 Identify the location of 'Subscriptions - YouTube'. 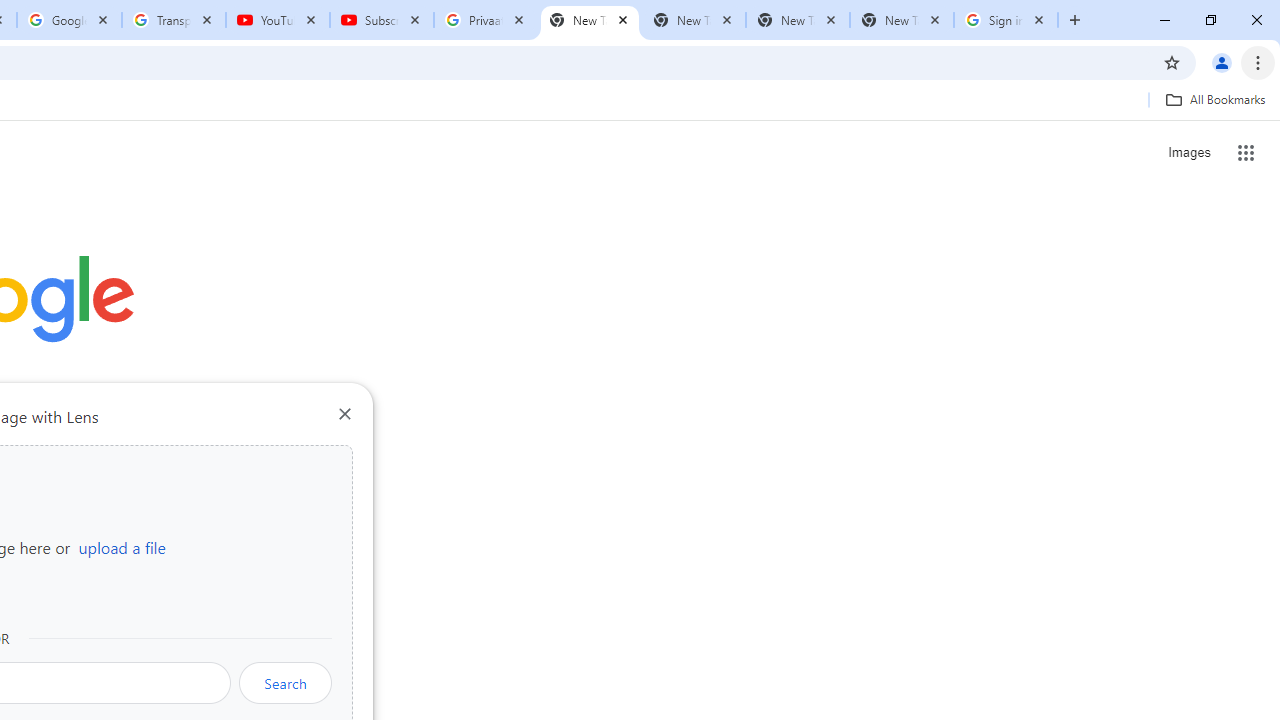
(382, 20).